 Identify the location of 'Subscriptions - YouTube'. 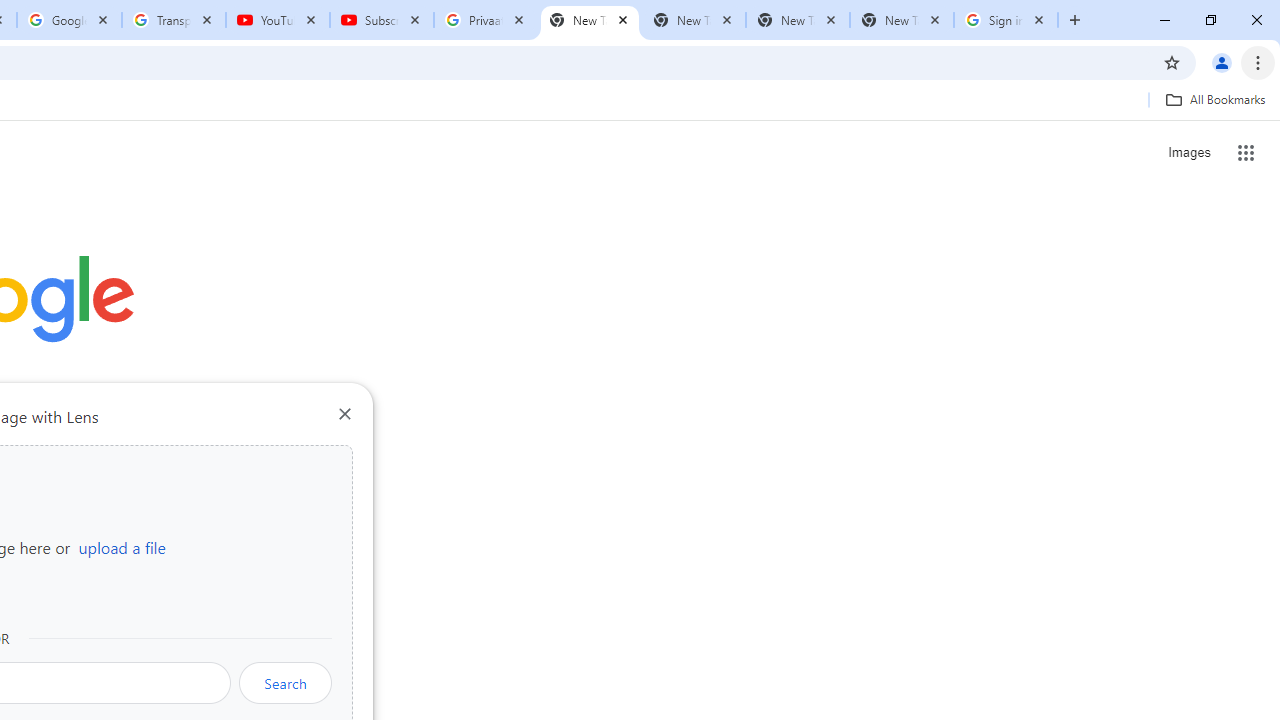
(382, 20).